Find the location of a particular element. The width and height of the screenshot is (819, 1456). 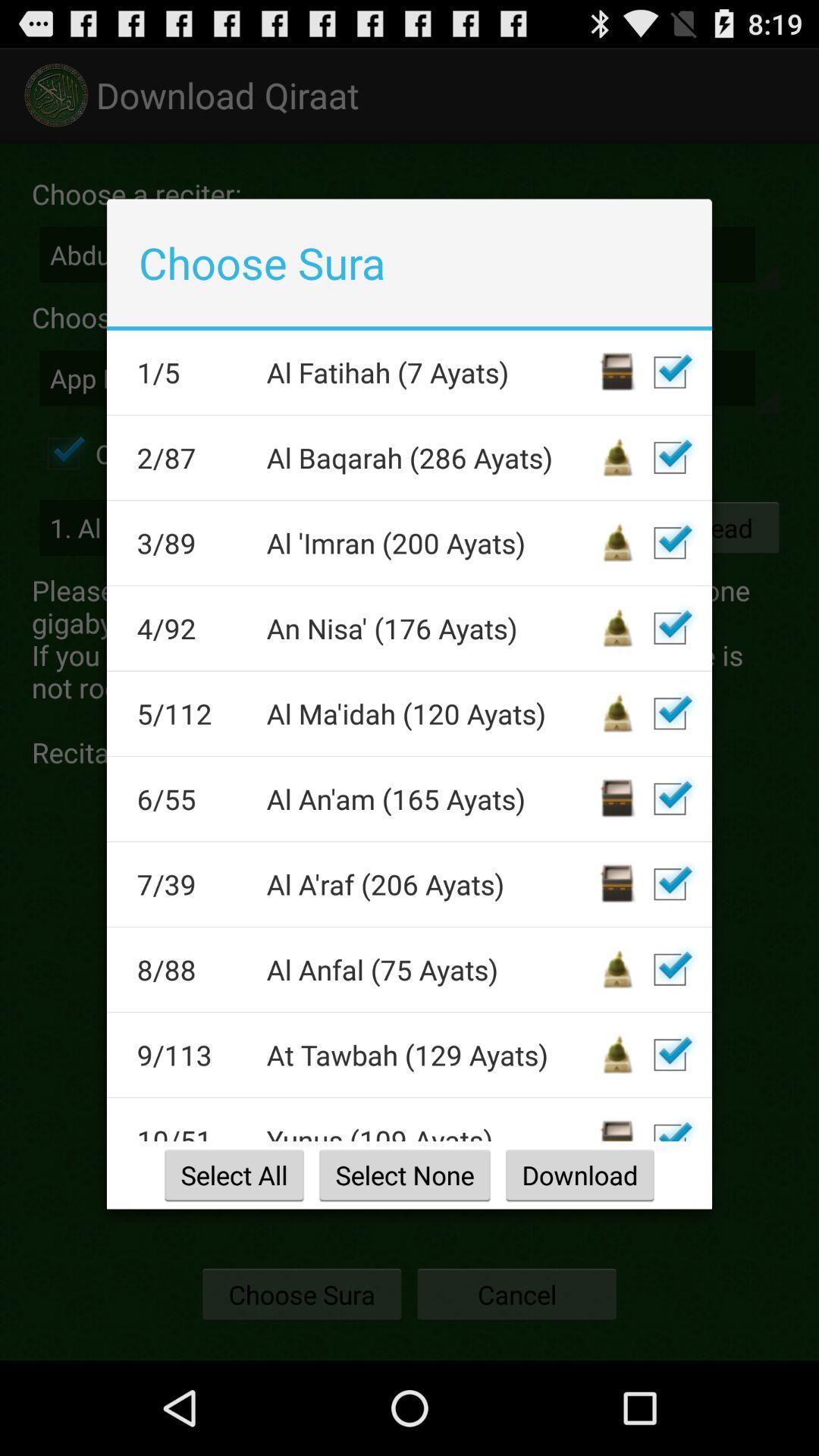

check box for selection sura is located at coordinates (669, 1054).